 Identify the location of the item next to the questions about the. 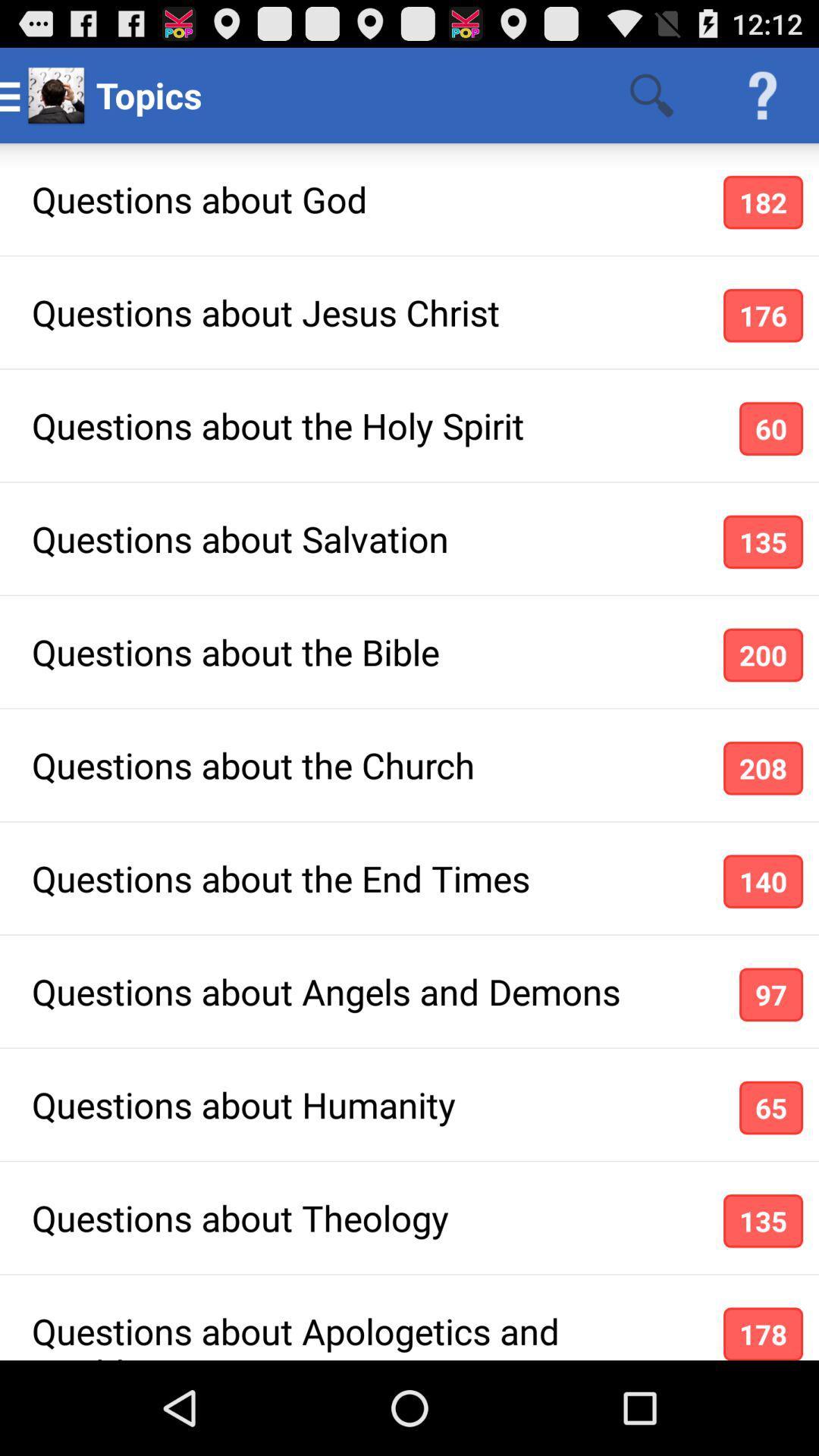
(763, 881).